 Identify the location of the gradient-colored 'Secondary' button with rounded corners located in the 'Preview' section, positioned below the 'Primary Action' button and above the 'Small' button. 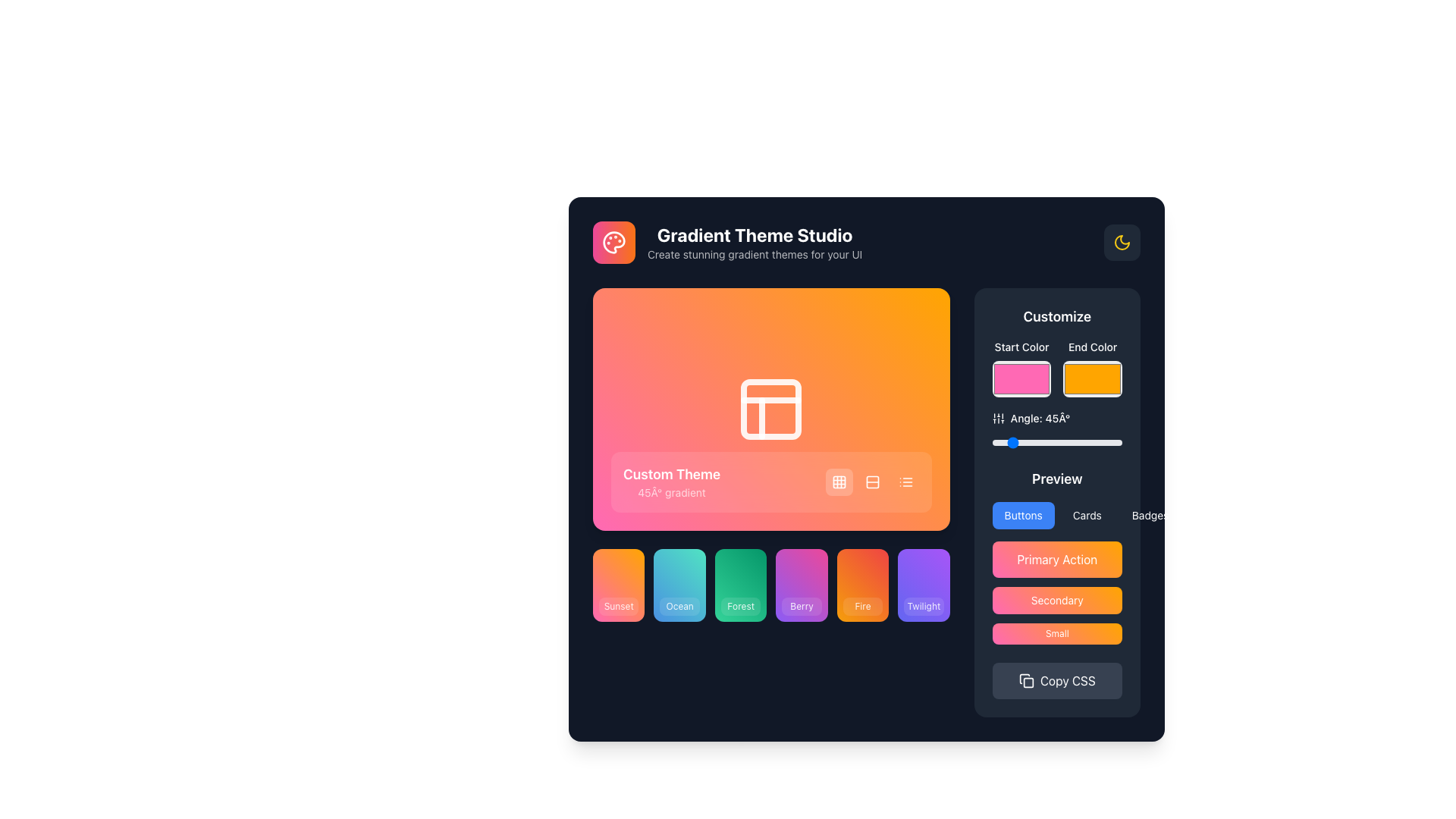
(1056, 592).